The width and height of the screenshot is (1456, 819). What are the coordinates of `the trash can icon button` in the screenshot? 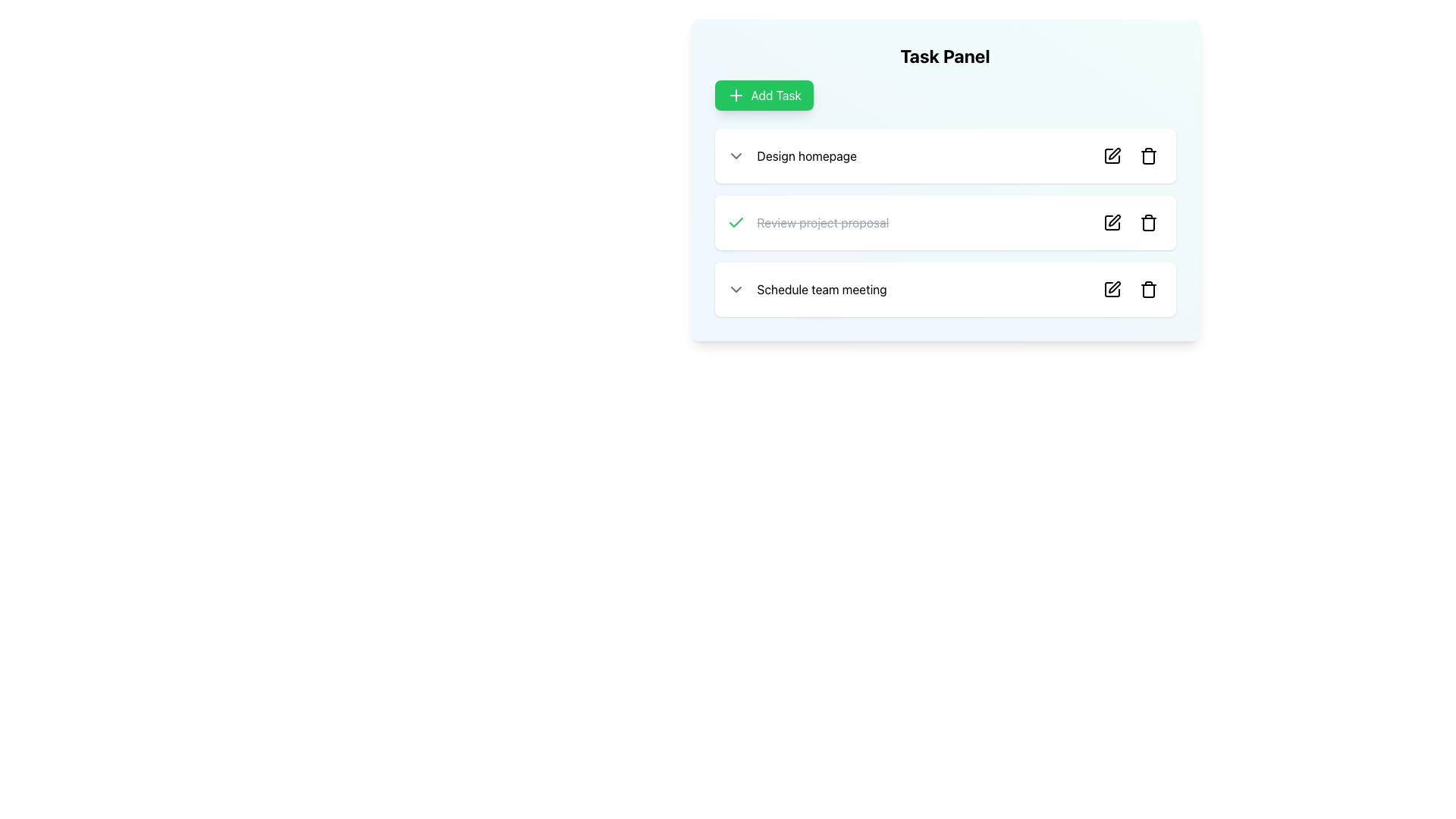 It's located at (1148, 155).